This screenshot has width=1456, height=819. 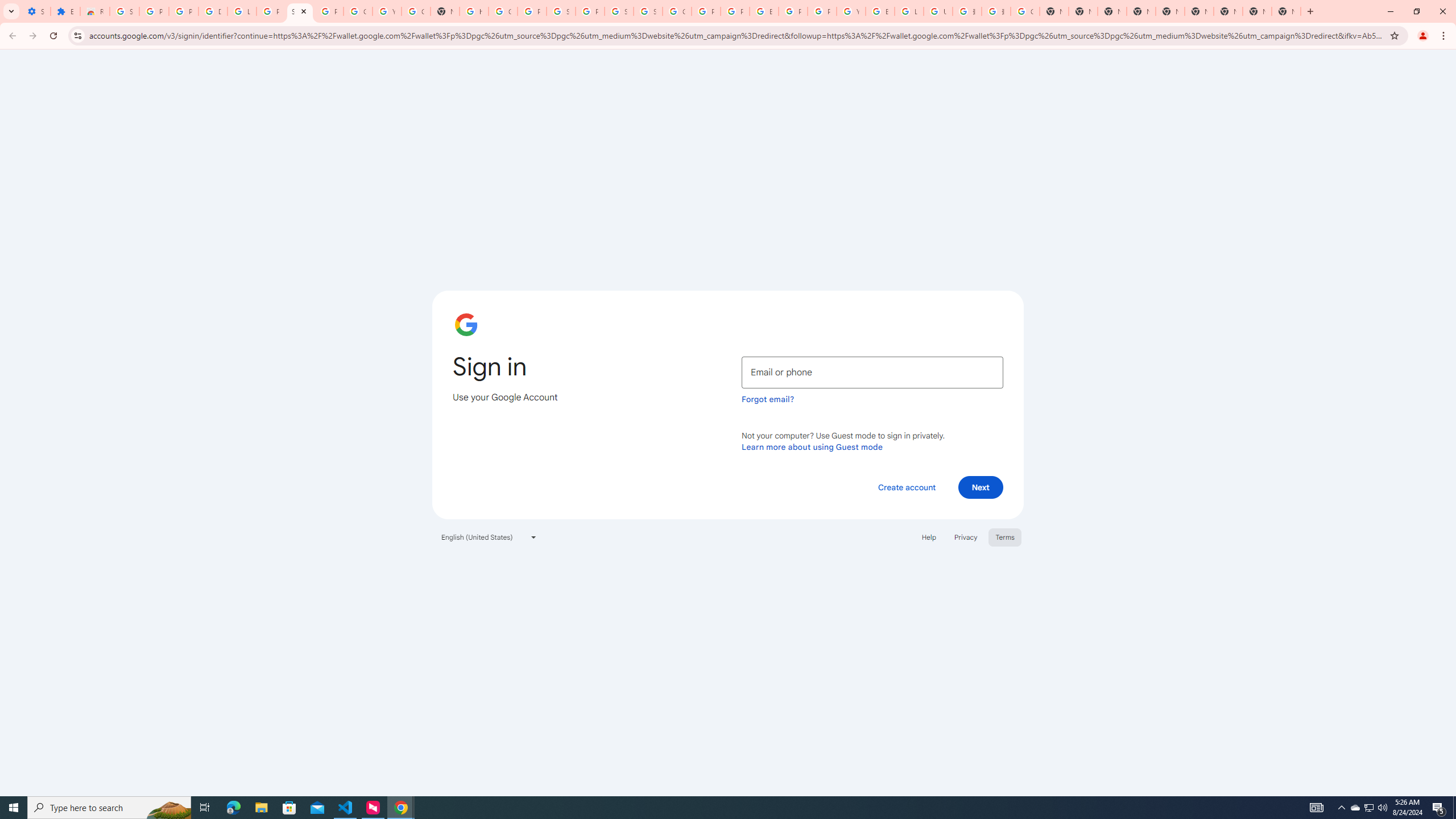 I want to click on 'Create account', so click(x=906, y=486).